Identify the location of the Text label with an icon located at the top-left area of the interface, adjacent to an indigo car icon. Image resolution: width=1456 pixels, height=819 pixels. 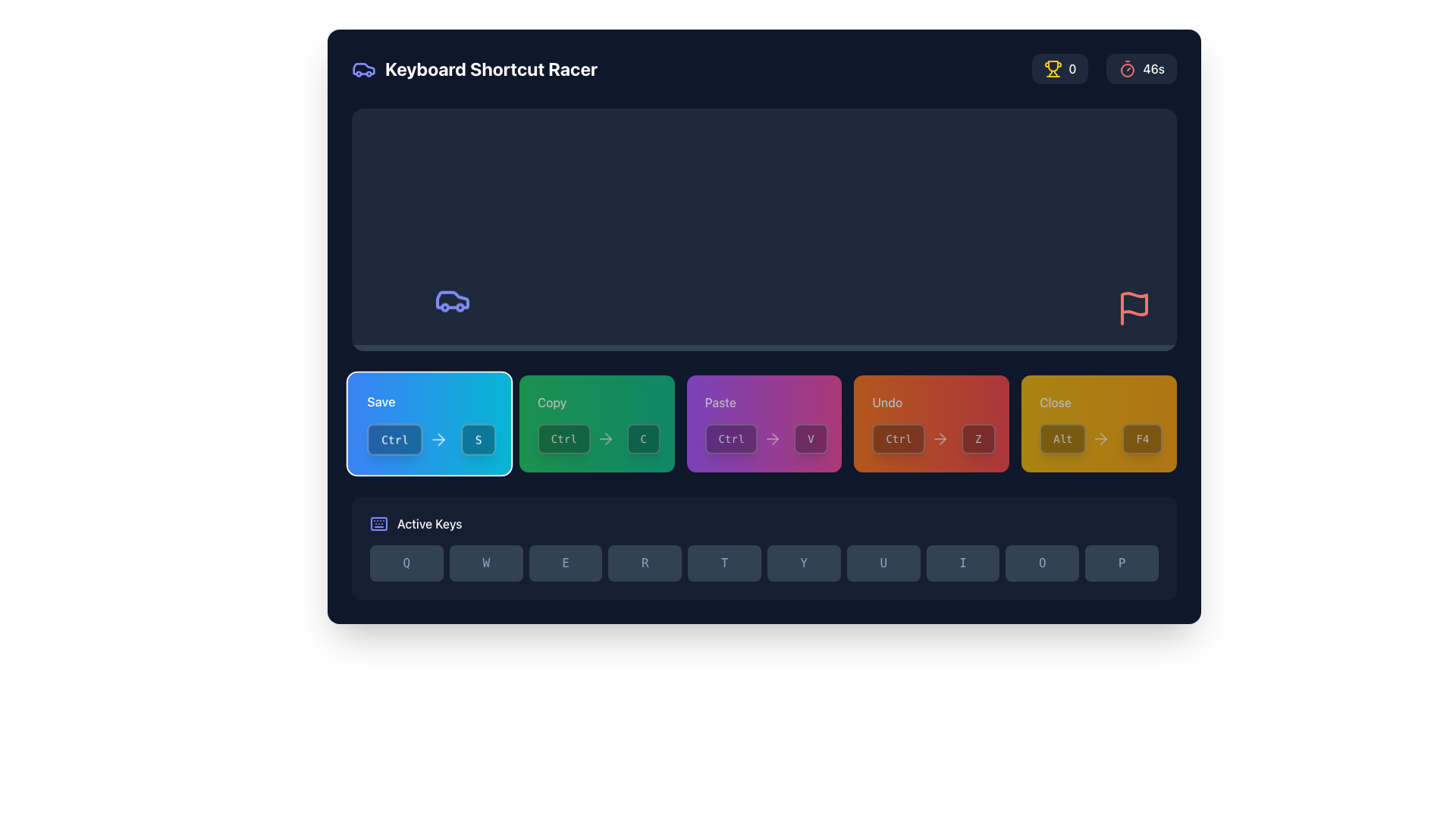
(474, 69).